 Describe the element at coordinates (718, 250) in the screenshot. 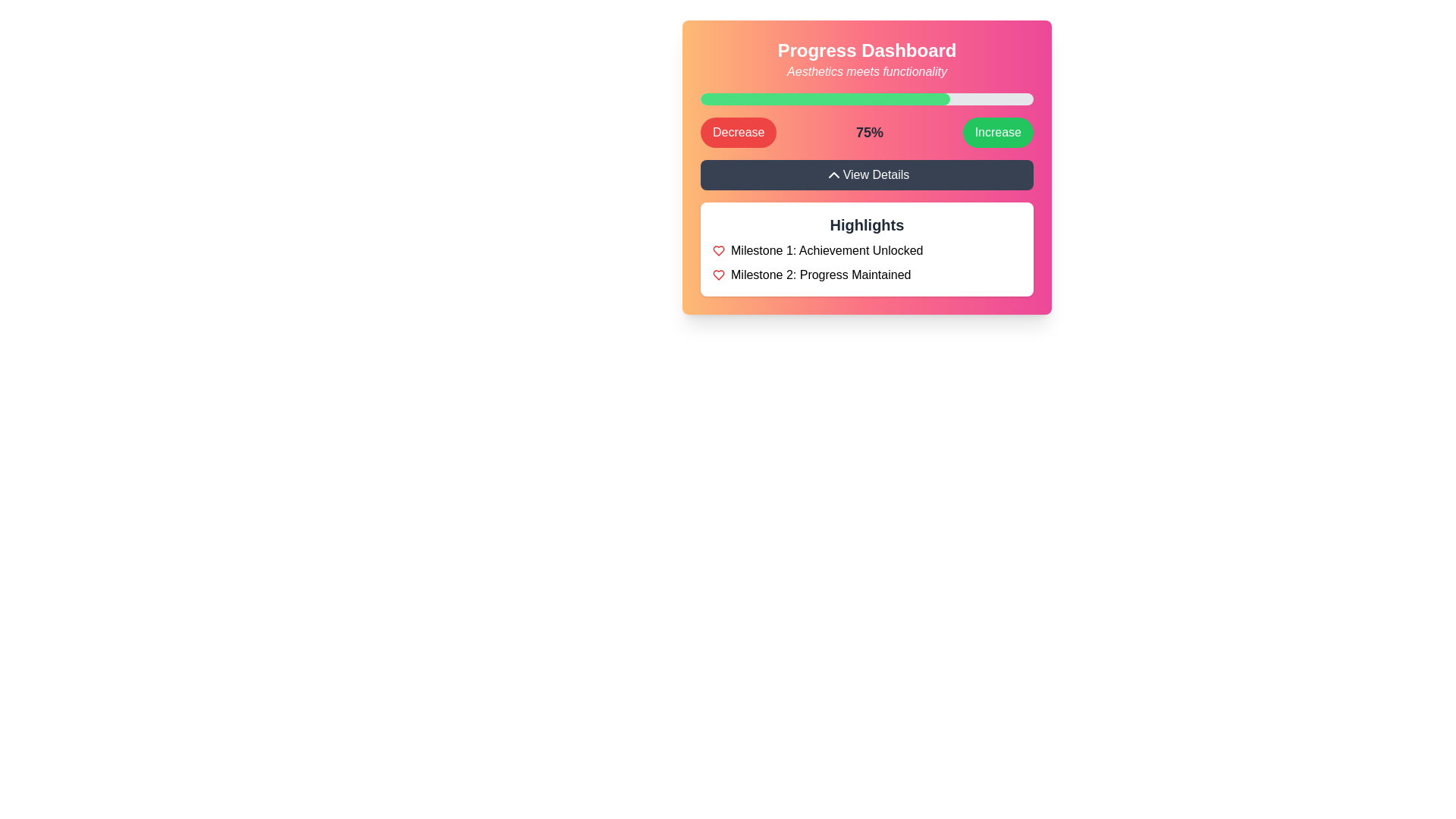

I see `the heart-shaped 'like' icon located in the 'Highlights' section, positioned below 'Milestone 1: Achievement Unlocked'` at that location.